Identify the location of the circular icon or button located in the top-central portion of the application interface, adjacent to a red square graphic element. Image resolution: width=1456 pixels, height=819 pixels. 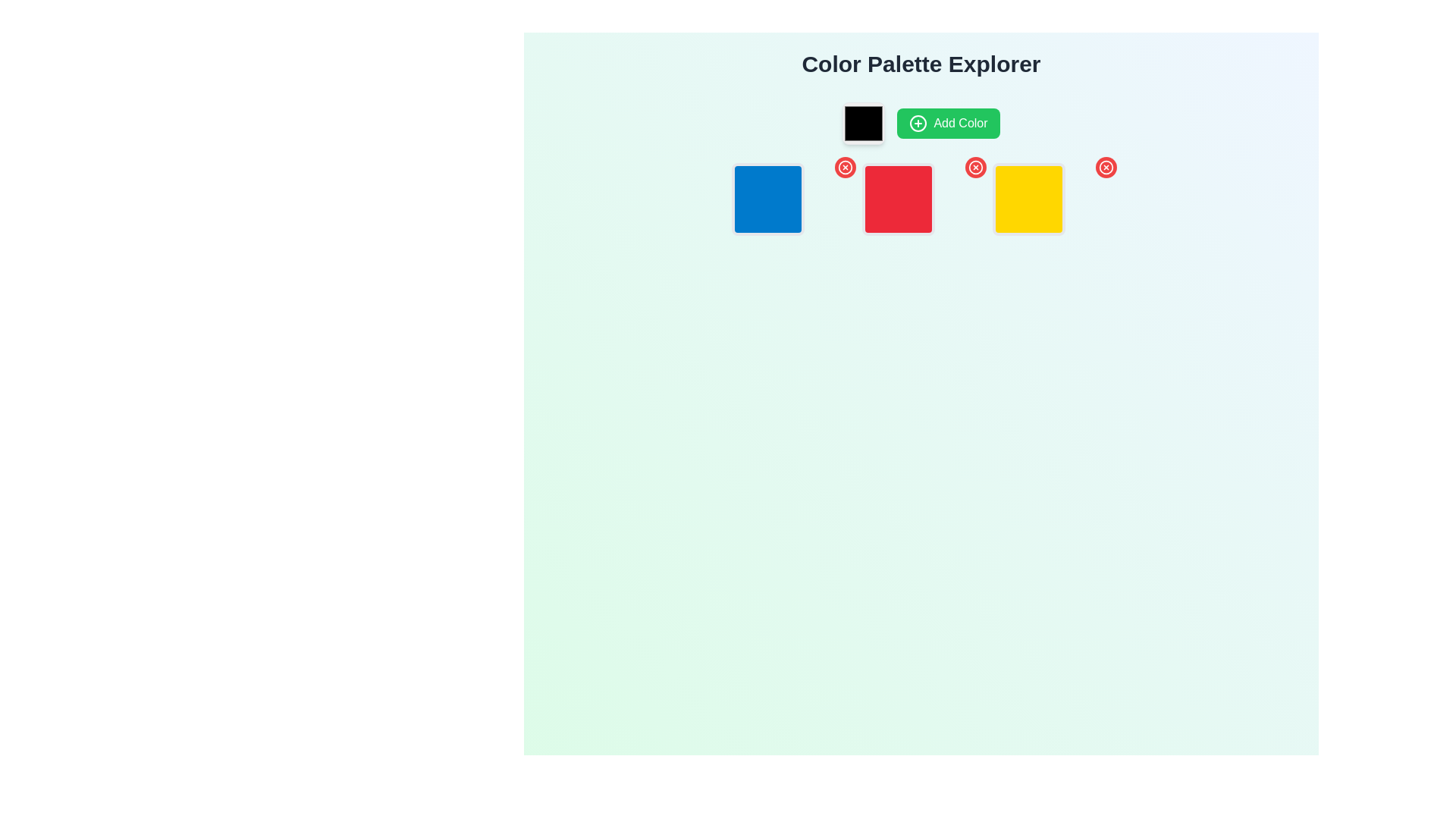
(1106, 167).